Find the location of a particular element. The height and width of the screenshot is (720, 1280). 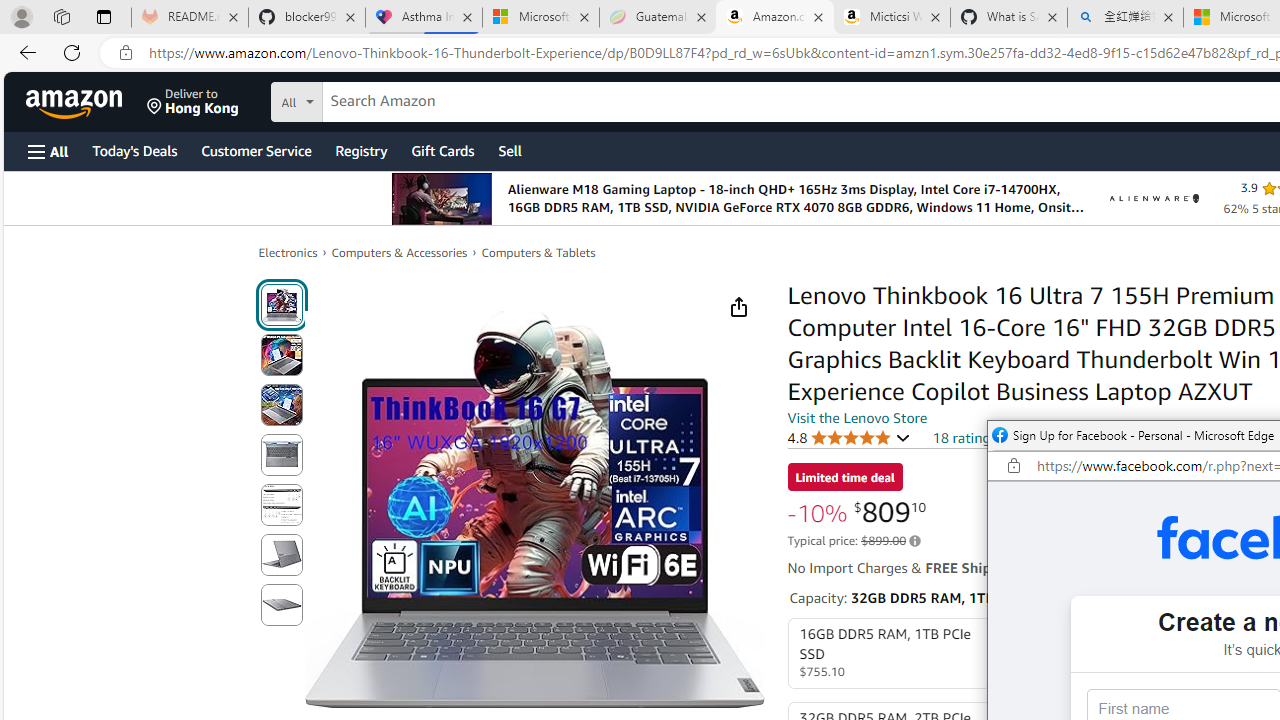

'Computers & Accessories' is located at coordinates (400, 252).